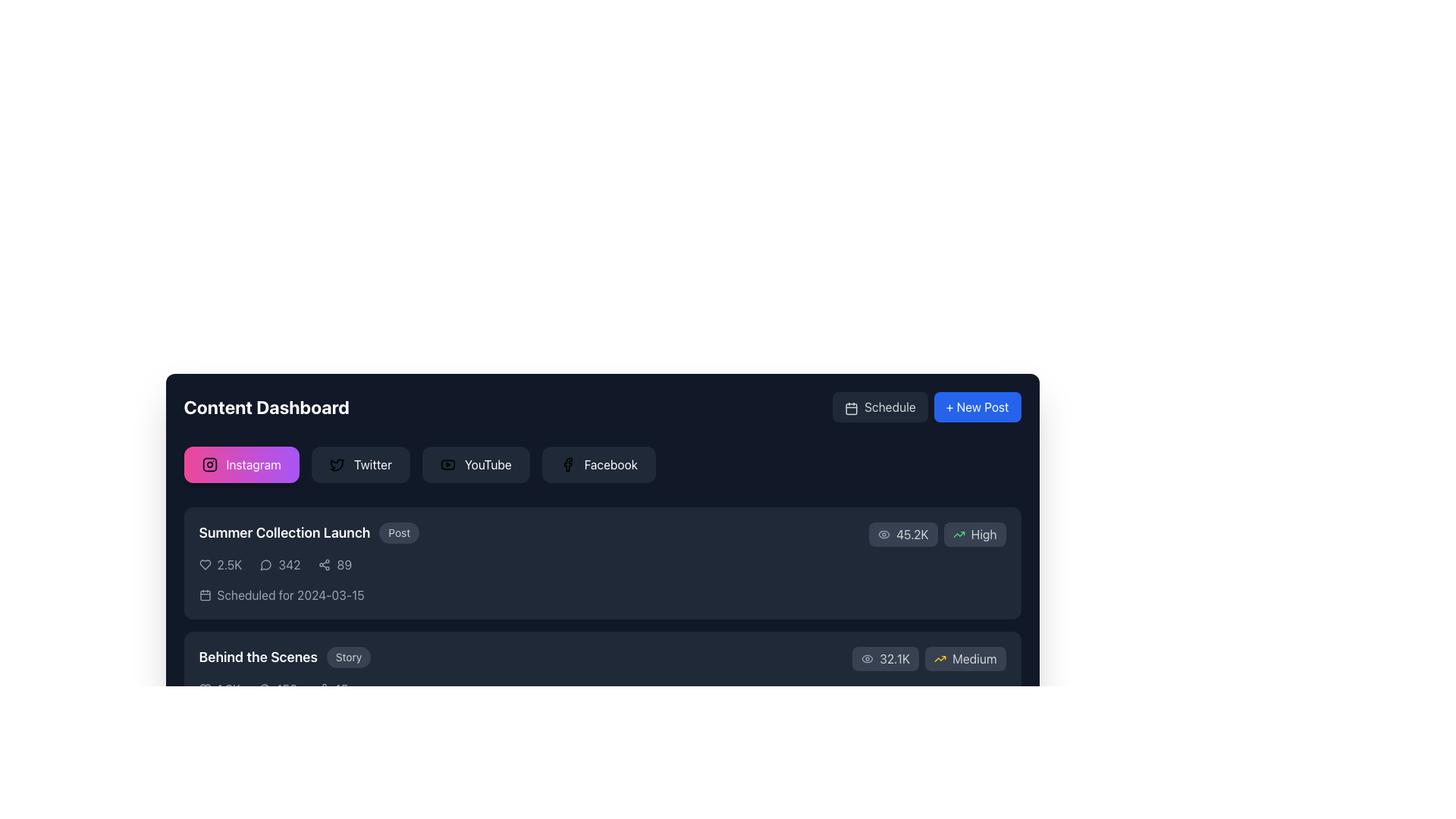  Describe the element at coordinates (219, 564) in the screenshot. I see `the text element that displays the count of likes or favorites for the 'Summer Collection Launch' post, which is the first component in a horizontal group beneath the post` at that location.